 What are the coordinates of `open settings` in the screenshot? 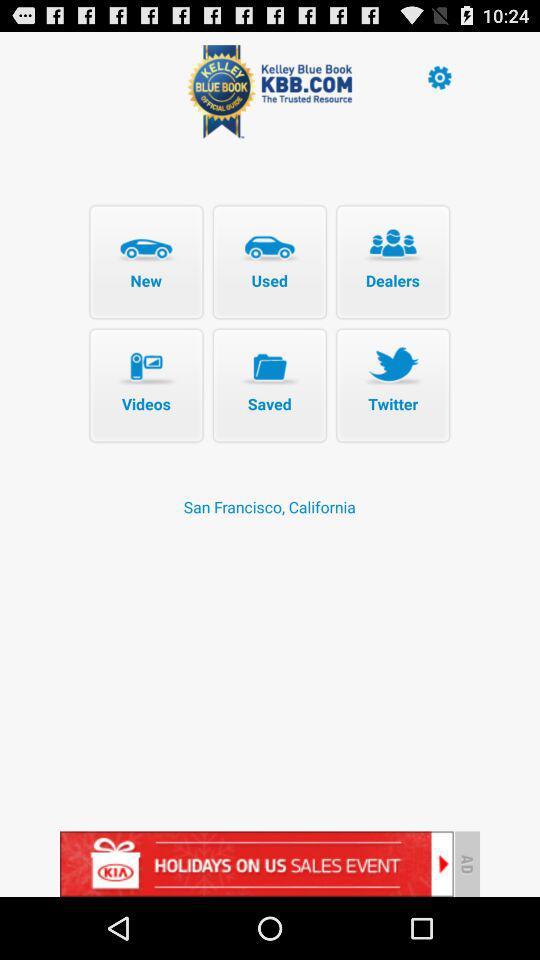 It's located at (438, 76).